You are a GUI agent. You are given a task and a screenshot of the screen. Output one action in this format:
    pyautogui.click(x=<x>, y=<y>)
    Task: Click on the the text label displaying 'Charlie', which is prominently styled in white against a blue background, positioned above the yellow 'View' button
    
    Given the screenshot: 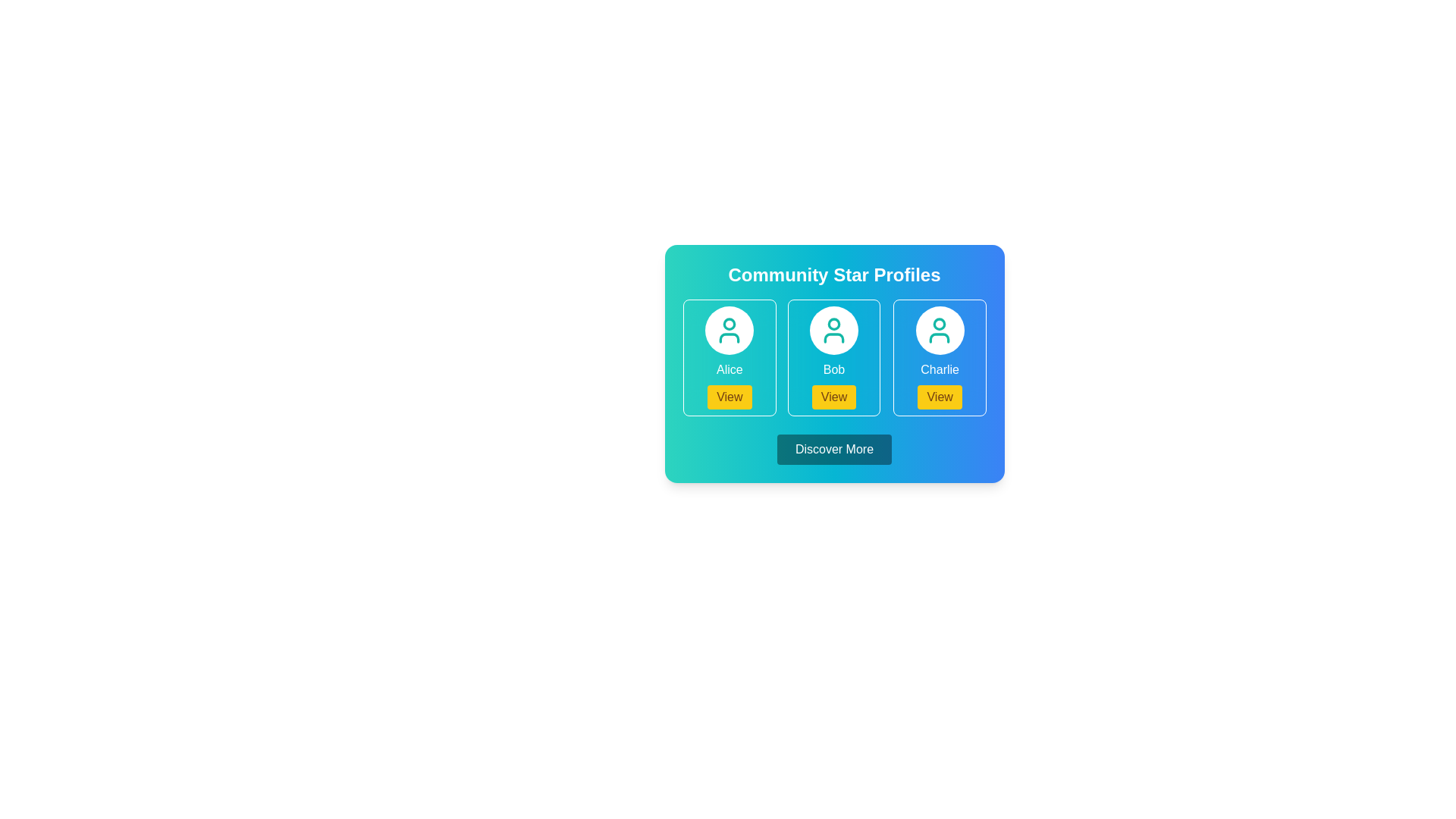 What is the action you would take?
    pyautogui.click(x=939, y=370)
    